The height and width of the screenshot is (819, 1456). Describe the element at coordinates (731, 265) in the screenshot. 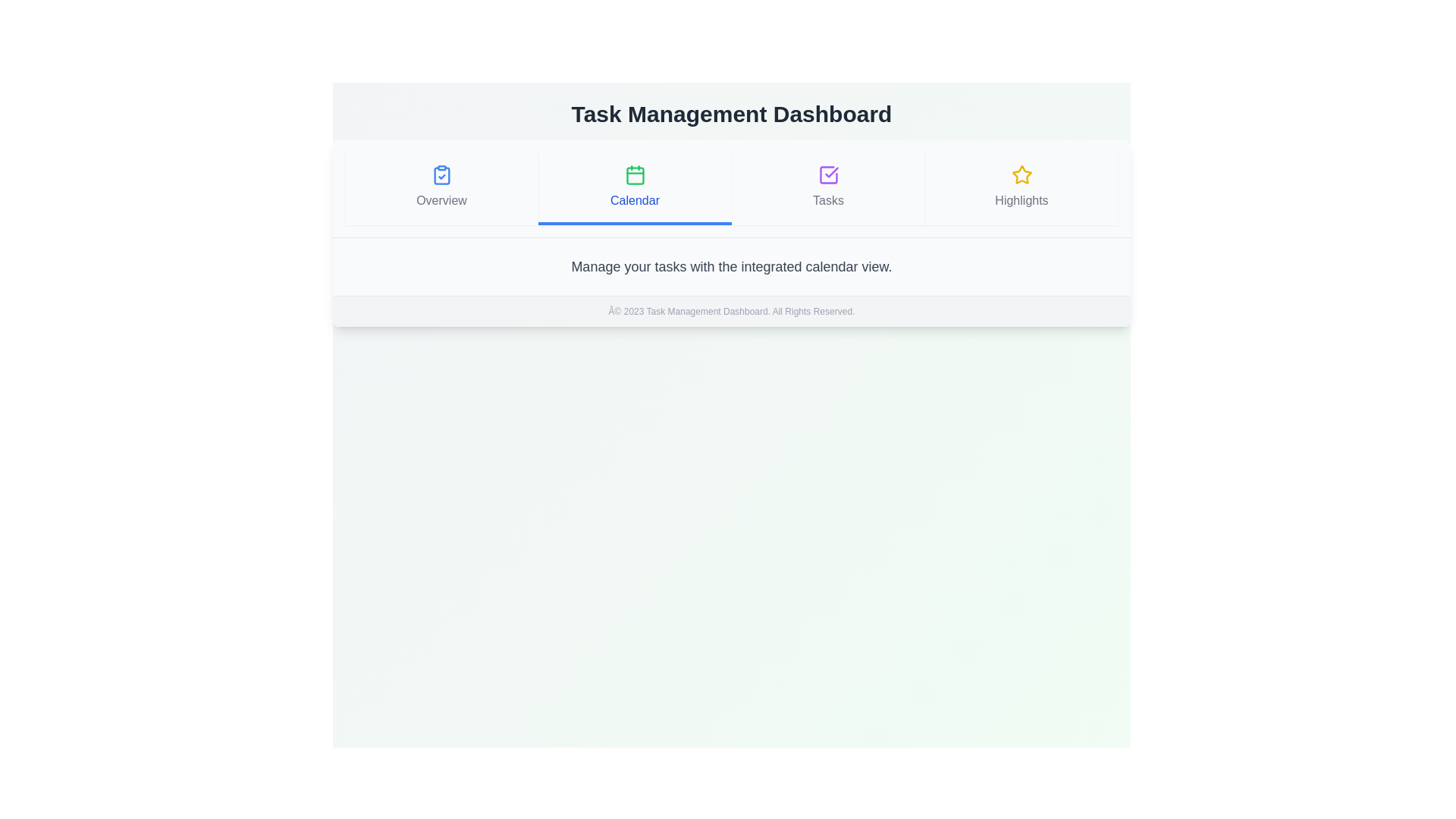

I see `the Text Label displaying 'Manage your tasks with the integrated calendar view.' which is centered beneath the navigation bar, part of the calendar view explanation section` at that location.